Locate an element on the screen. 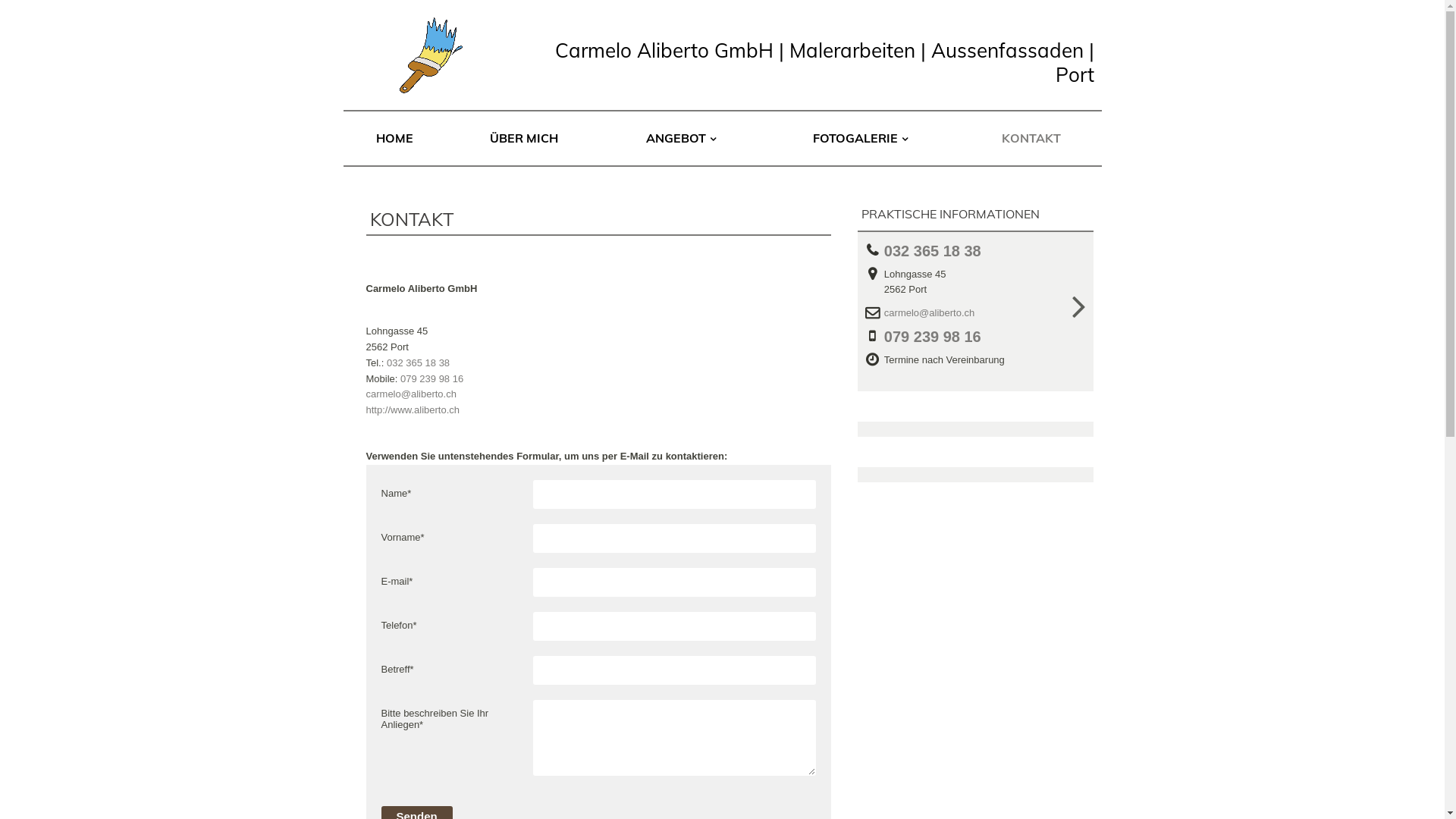 Image resolution: width=1456 pixels, height=819 pixels. 'FOTOGALERIE' is located at coordinates (860, 138).